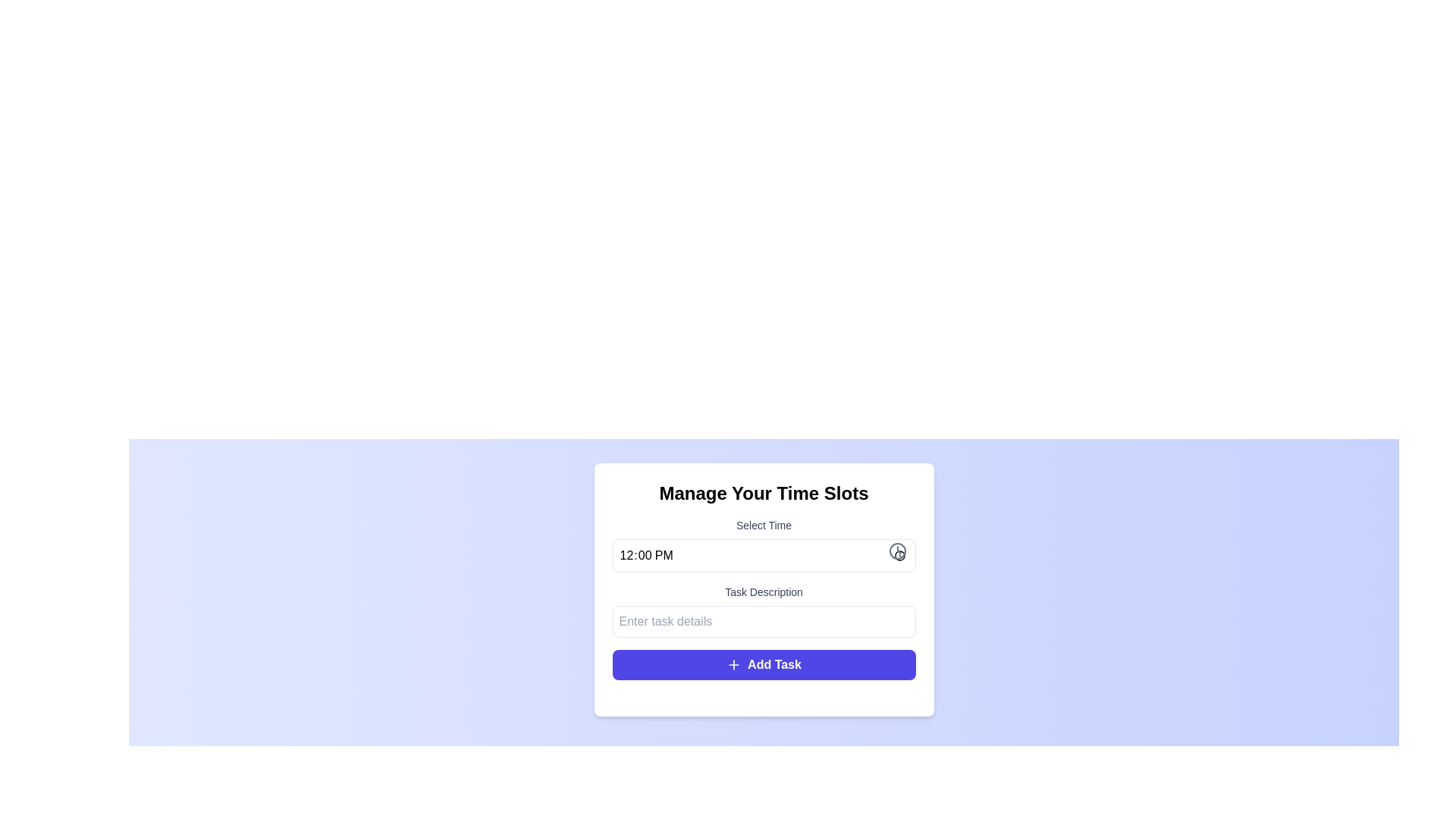 The height and width of the screenshot is (819, 1456). I want to click on the Text Heading element, which serves as the title for the card and is positioned at the top, centered above 'Select Time' and 'Task Description', so click(764, 494).